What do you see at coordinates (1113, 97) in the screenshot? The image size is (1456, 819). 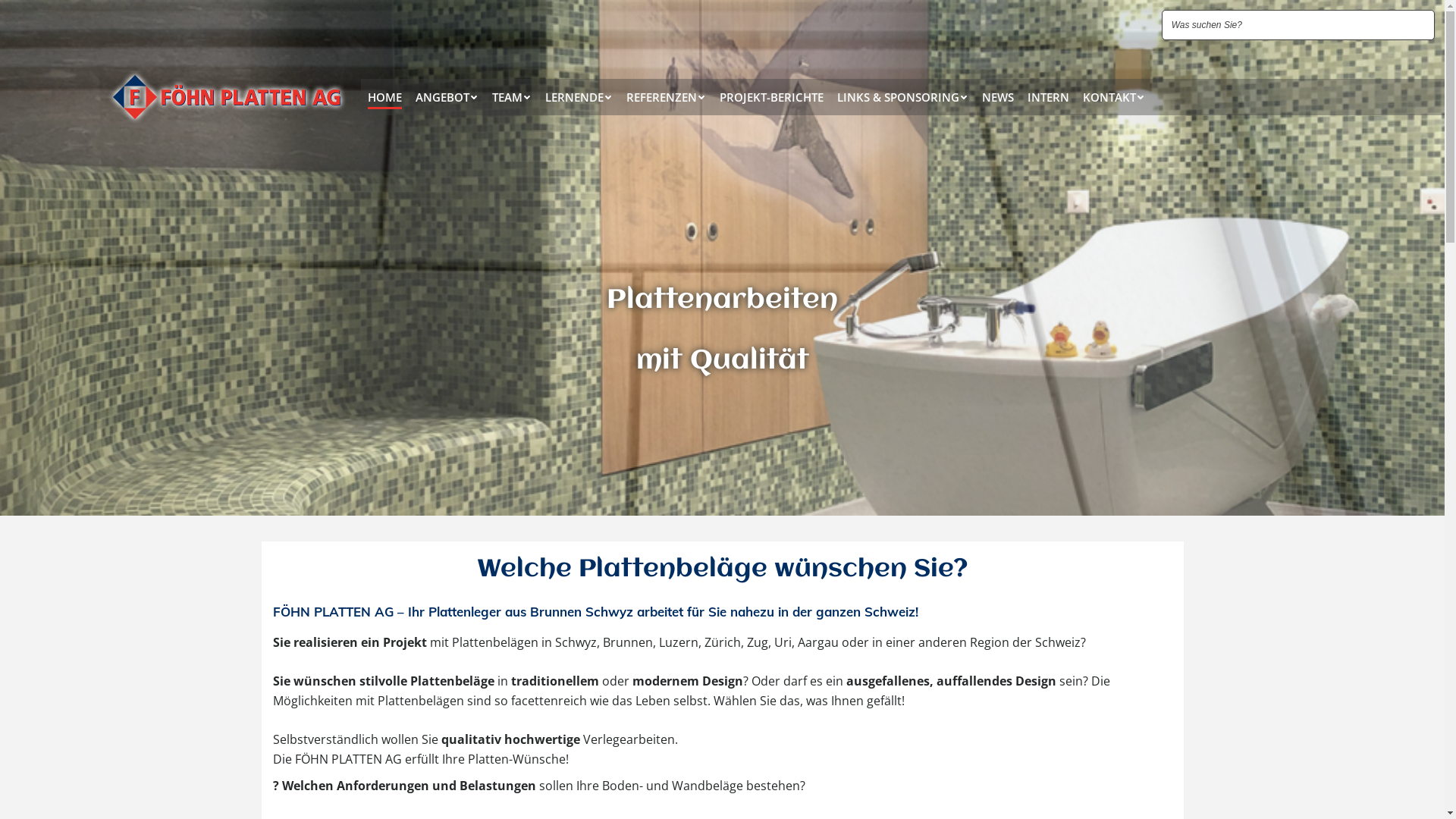 I see `'KONTAKT'` at bounding box center [1113, 97].